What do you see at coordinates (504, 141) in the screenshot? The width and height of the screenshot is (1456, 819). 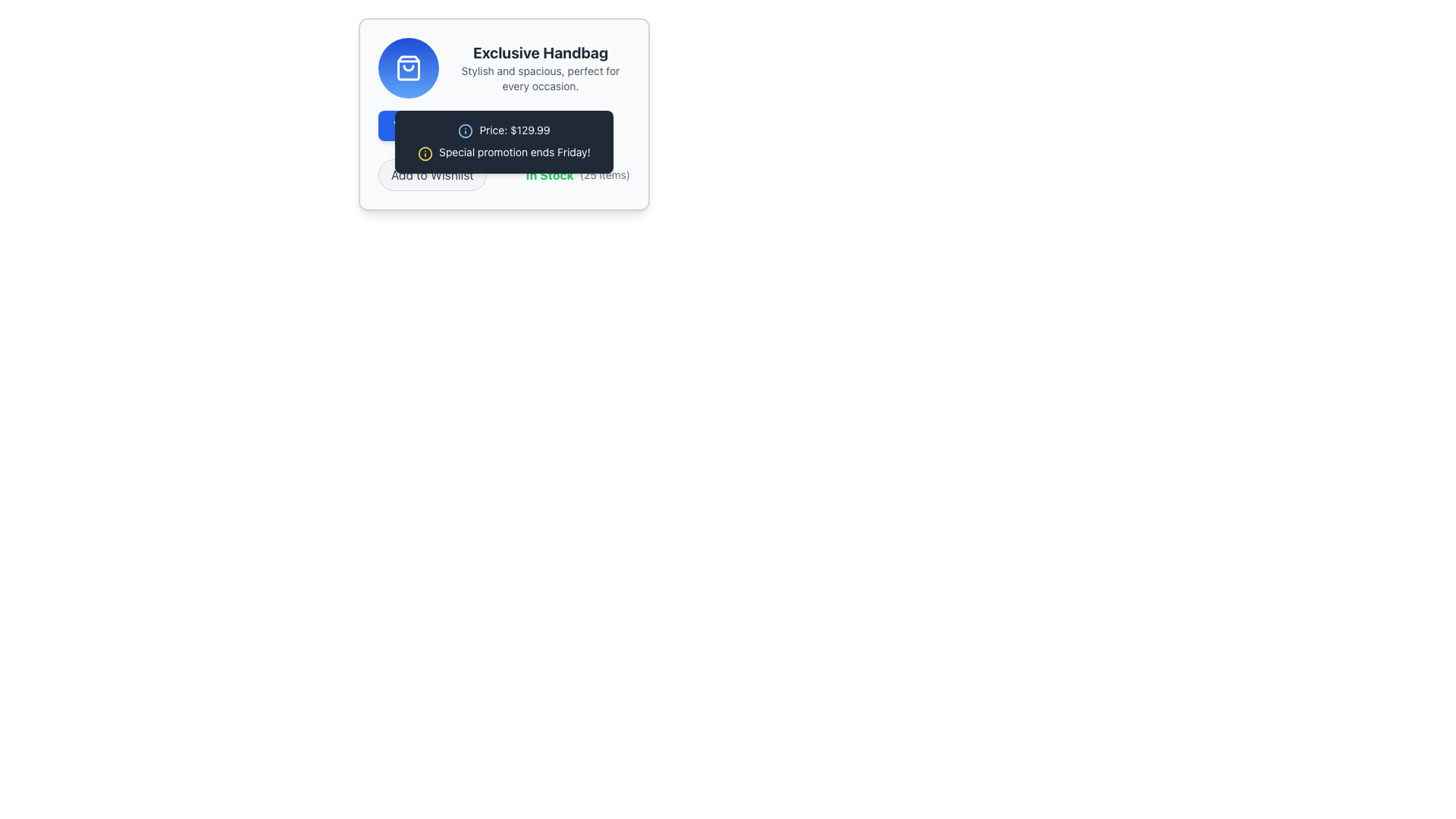 I see `information displayed on the Notification banner, which shows the price and promotion details` at bounding box center [504, 141].